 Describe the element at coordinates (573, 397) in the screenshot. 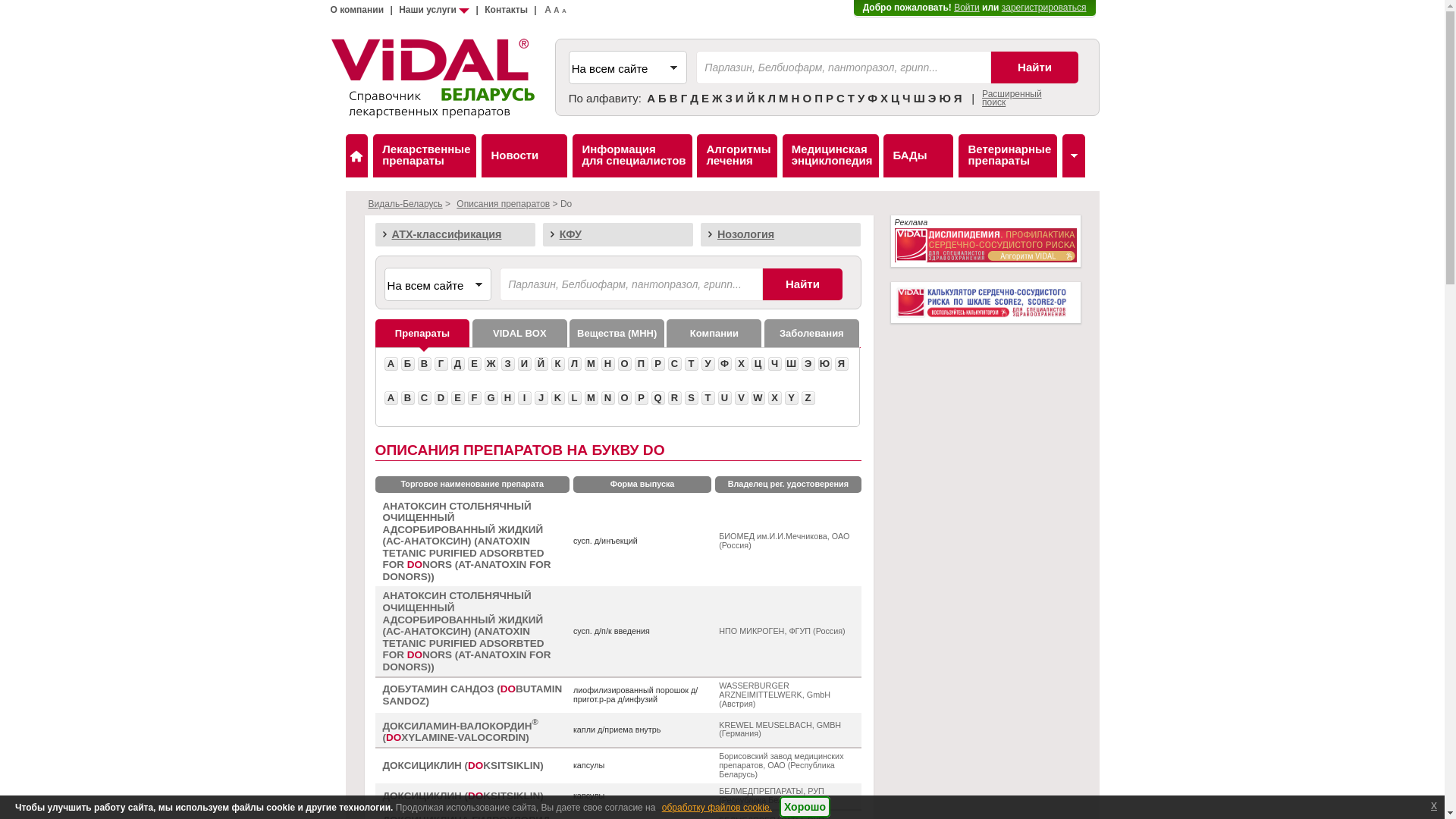

I see `'L'` at that location.